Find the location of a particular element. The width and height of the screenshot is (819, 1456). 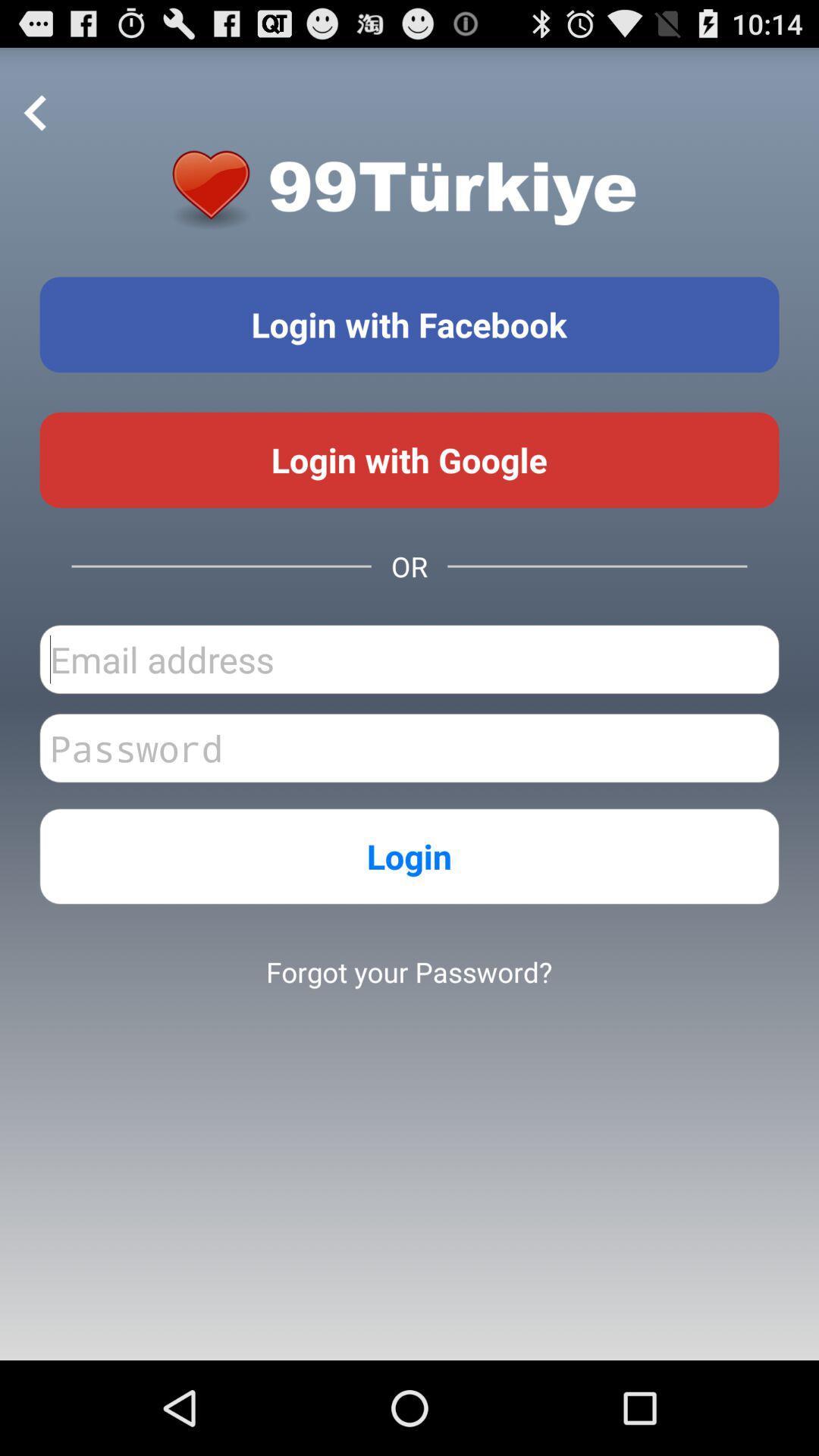

forgot your password? item is located at coordinates (408, 971).